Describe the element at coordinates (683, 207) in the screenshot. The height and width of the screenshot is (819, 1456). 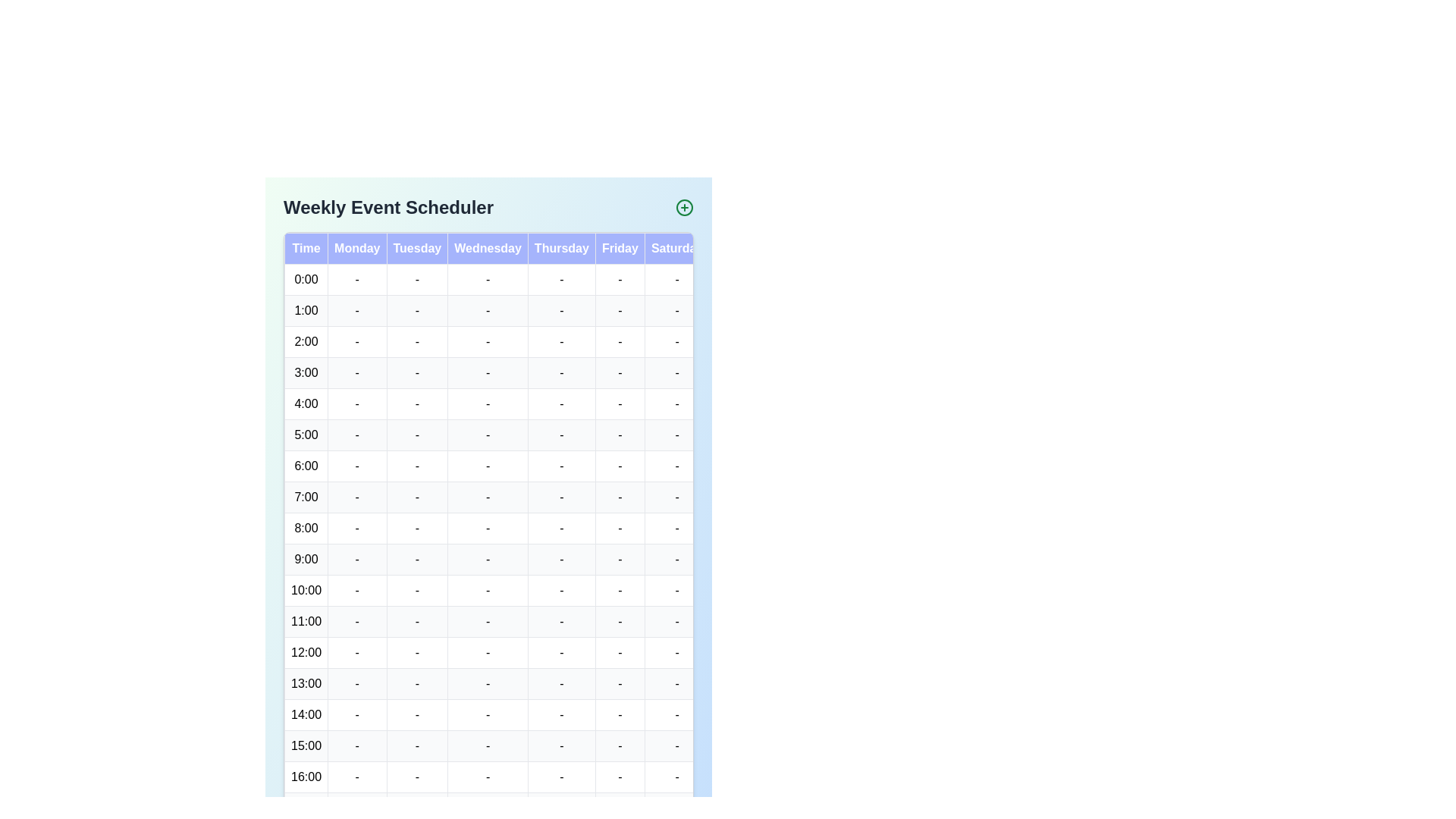
I see `the 'Add Event' button in the header` at that location.